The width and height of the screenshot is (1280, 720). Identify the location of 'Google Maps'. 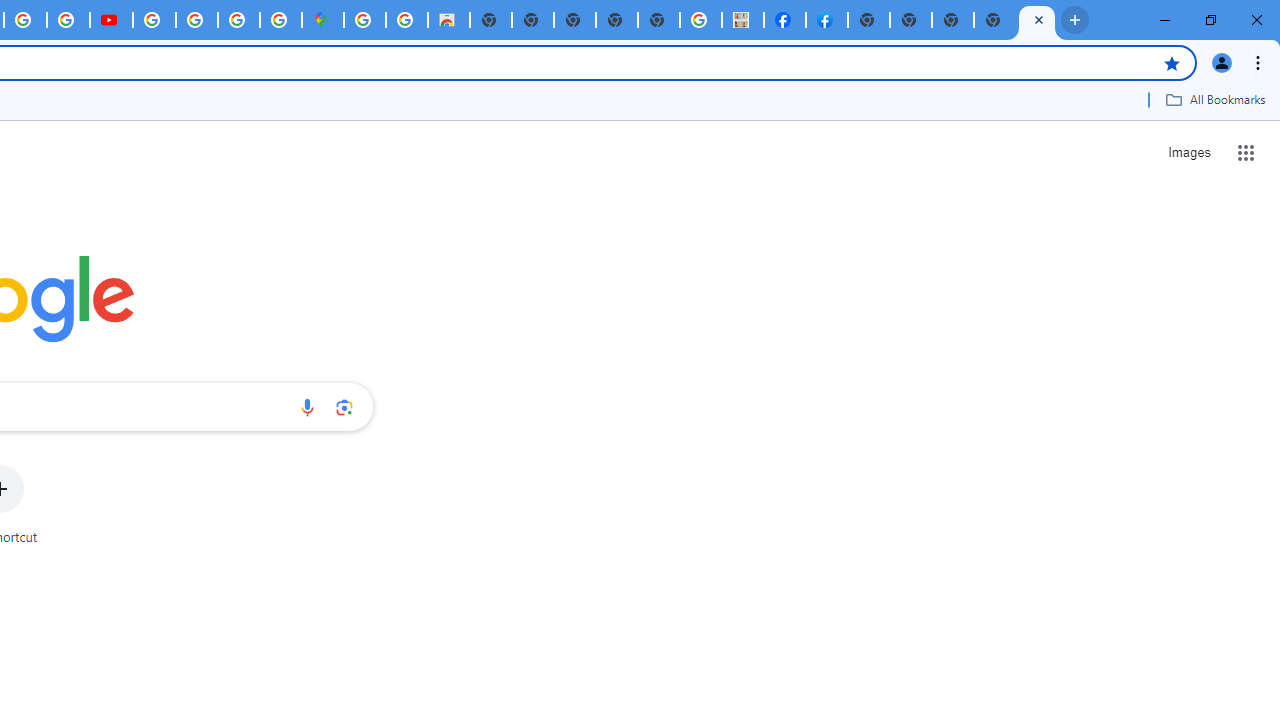
(323, 20).